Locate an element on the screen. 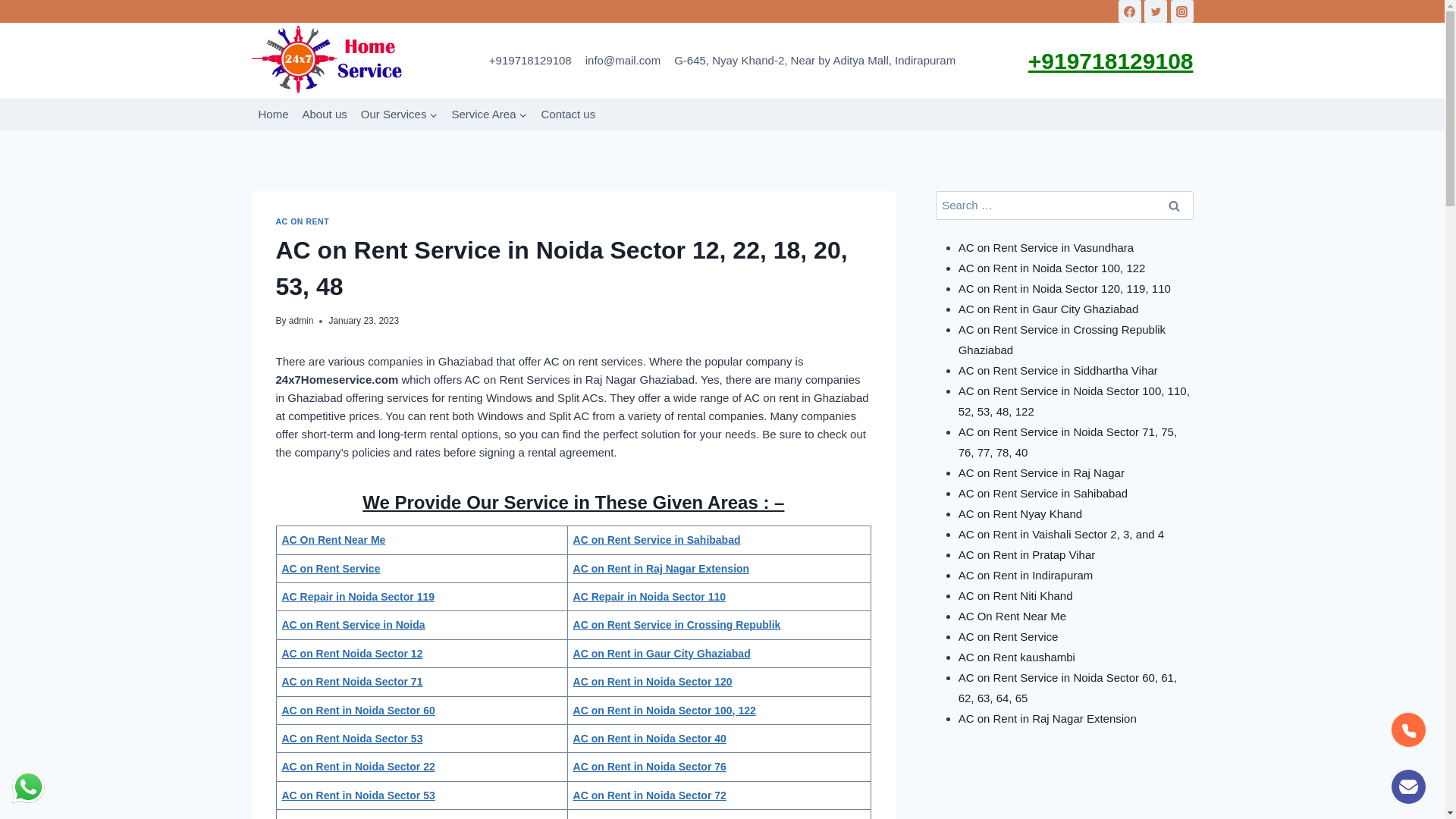  'AC Repair in Noida Sector 110' is located at coordinates (650, 595).